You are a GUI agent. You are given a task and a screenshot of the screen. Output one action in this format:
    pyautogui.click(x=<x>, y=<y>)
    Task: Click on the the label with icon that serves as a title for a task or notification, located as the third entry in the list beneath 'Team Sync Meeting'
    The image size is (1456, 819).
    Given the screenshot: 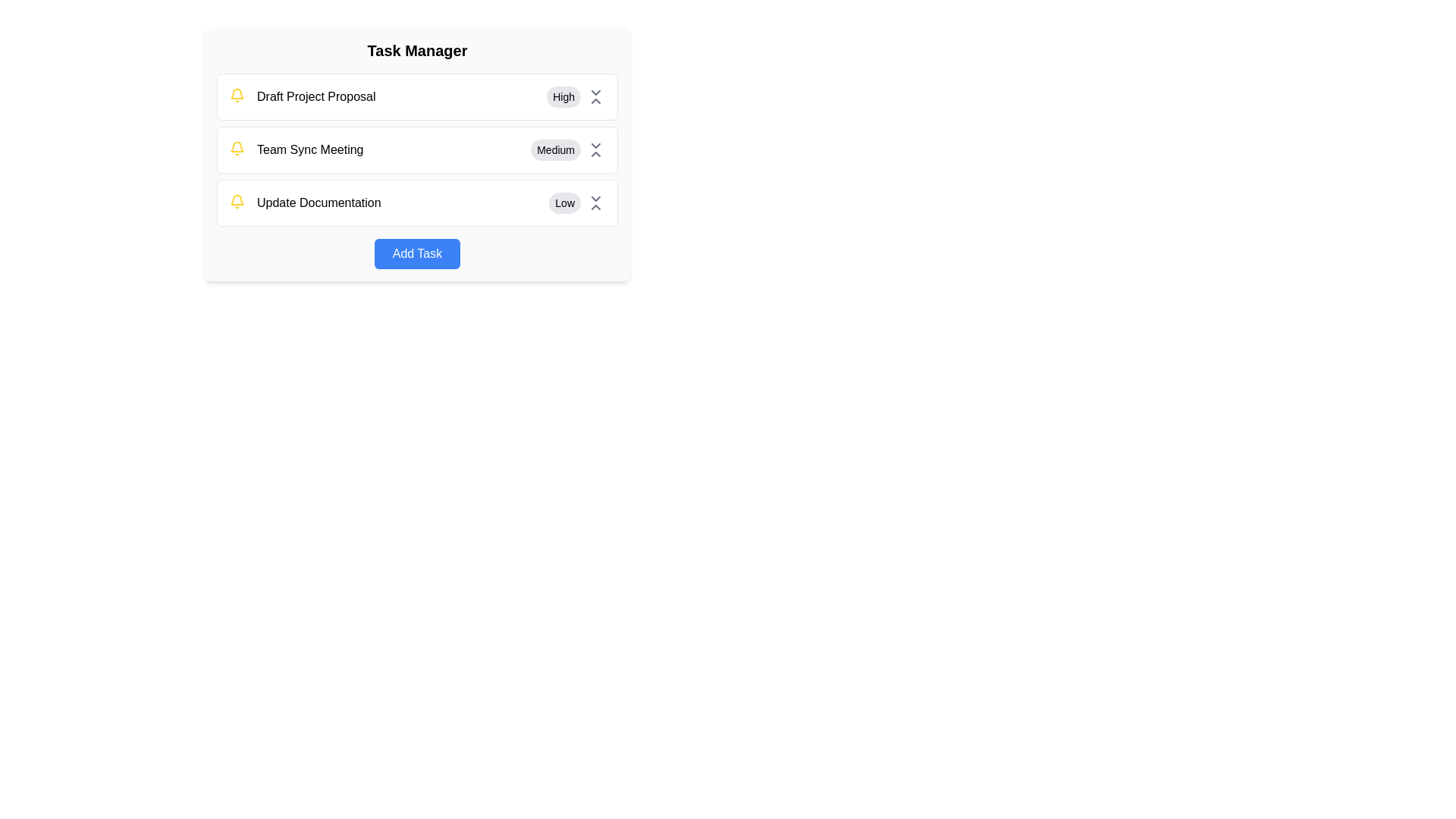 What is the action you would take?
    pyautogui.click(x=304, y=202)
    